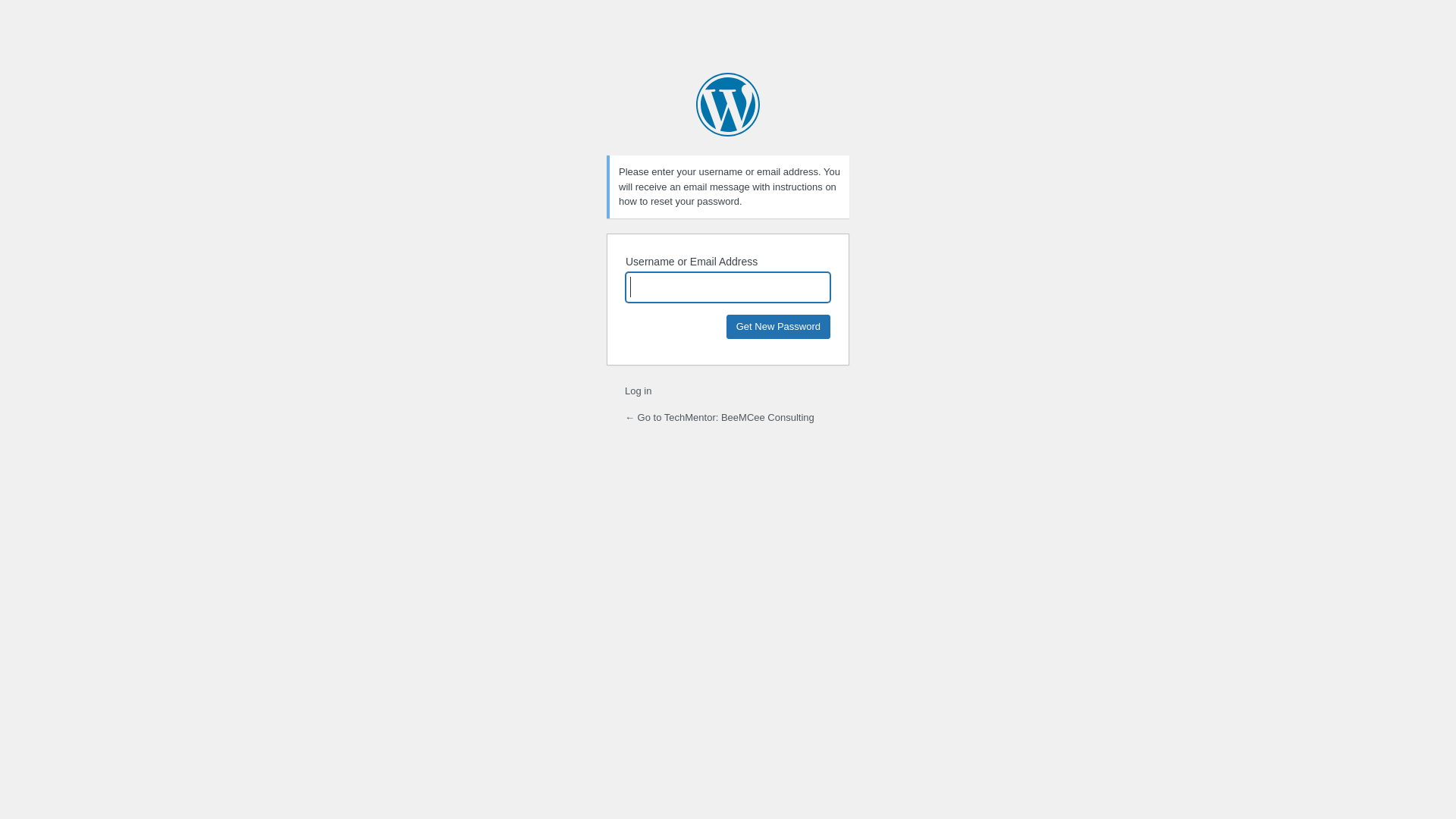  What do you see at coordinates (638, 390) in the screenshot?
I see `'Log in'` at bounding box center [638, 390].